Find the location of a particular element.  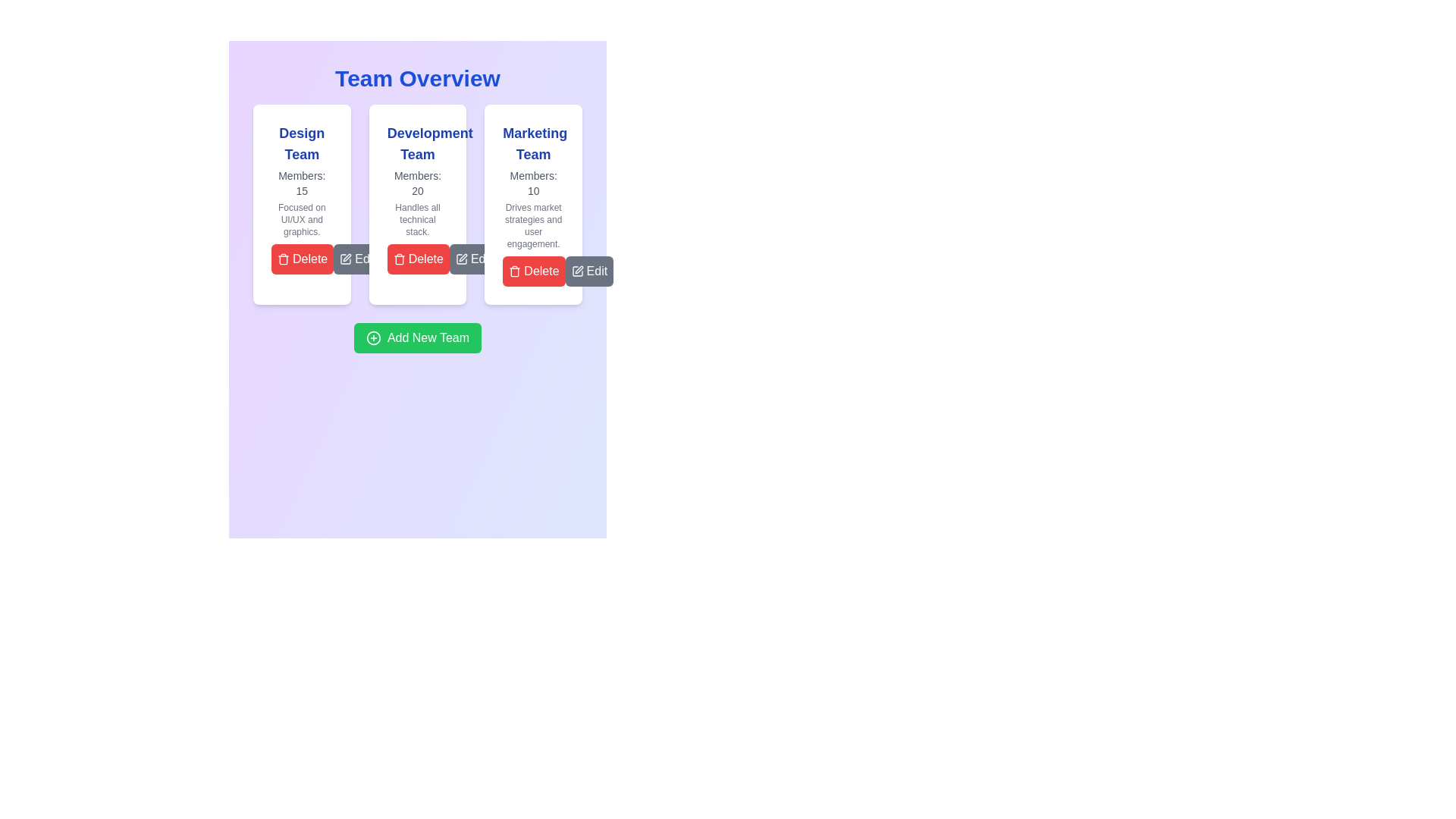

the red 'Delete' button with white text and a trash can icon, located to the left of the gray 'Edit' button in the 'Development Team' card is located at coordinates (418, 259).